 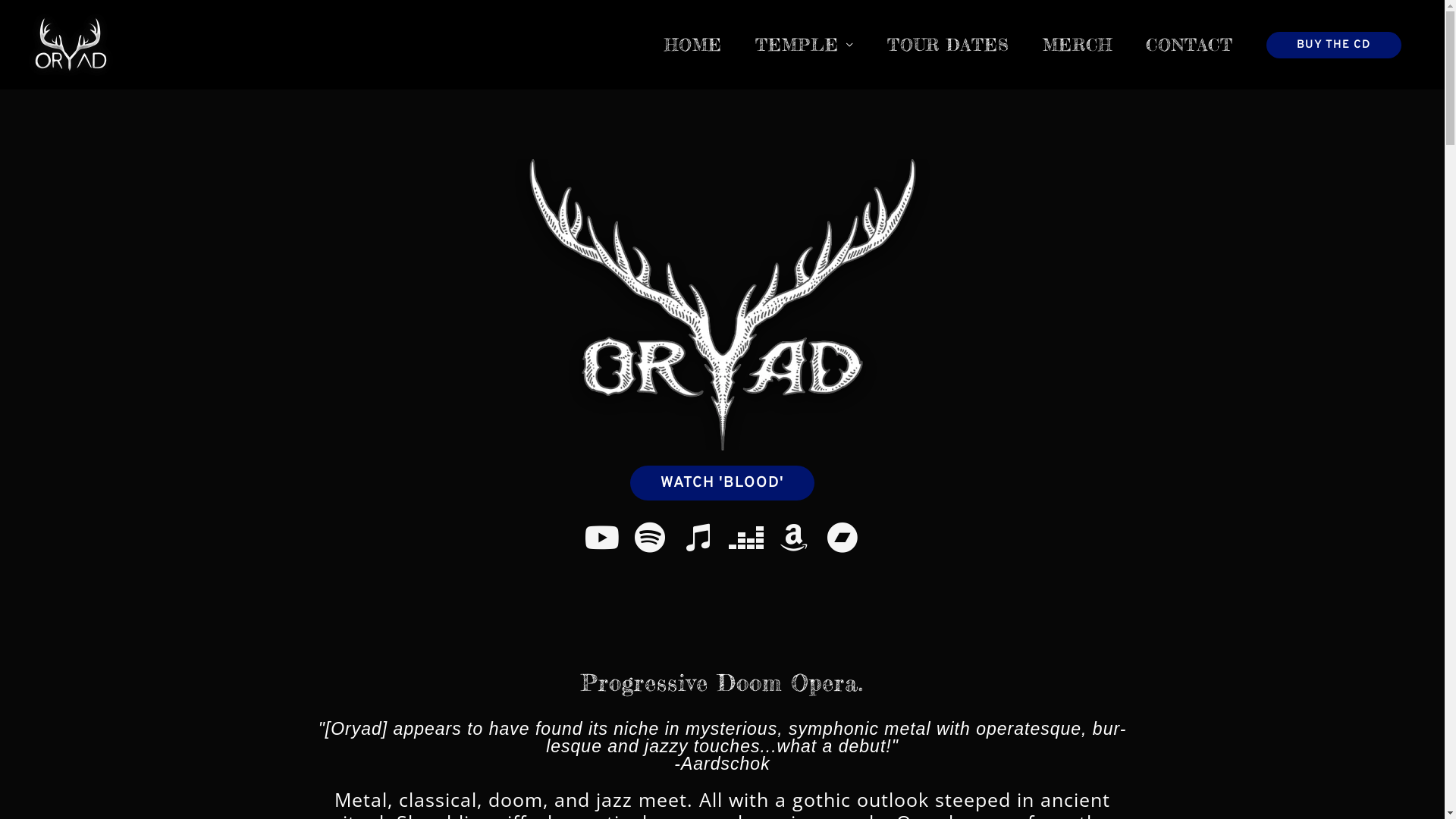 I want to click on 'HOME', so click(x=692, y=43).